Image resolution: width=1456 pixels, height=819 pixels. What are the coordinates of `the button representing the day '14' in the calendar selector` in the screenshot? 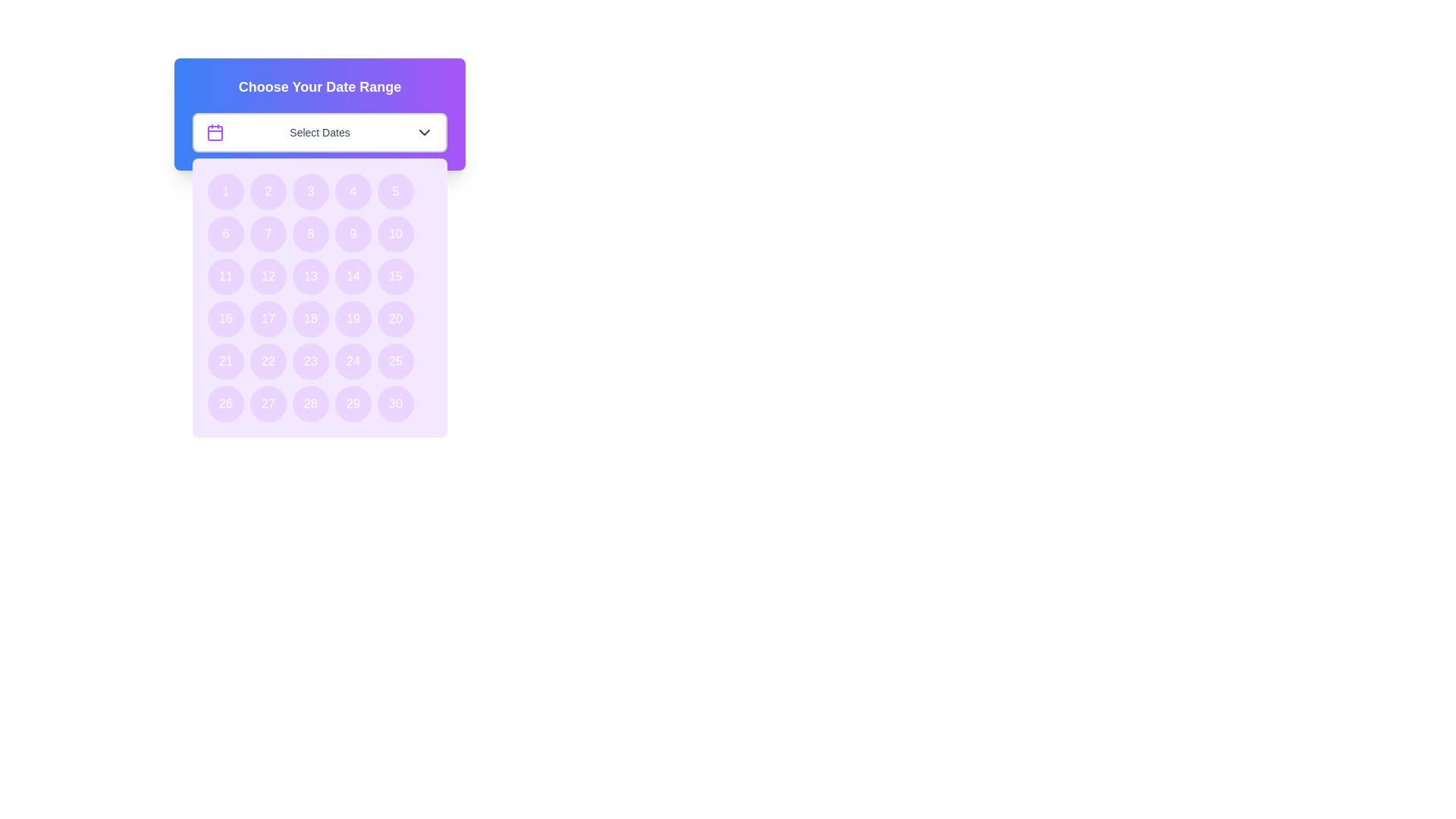 It's located at (352, 277).